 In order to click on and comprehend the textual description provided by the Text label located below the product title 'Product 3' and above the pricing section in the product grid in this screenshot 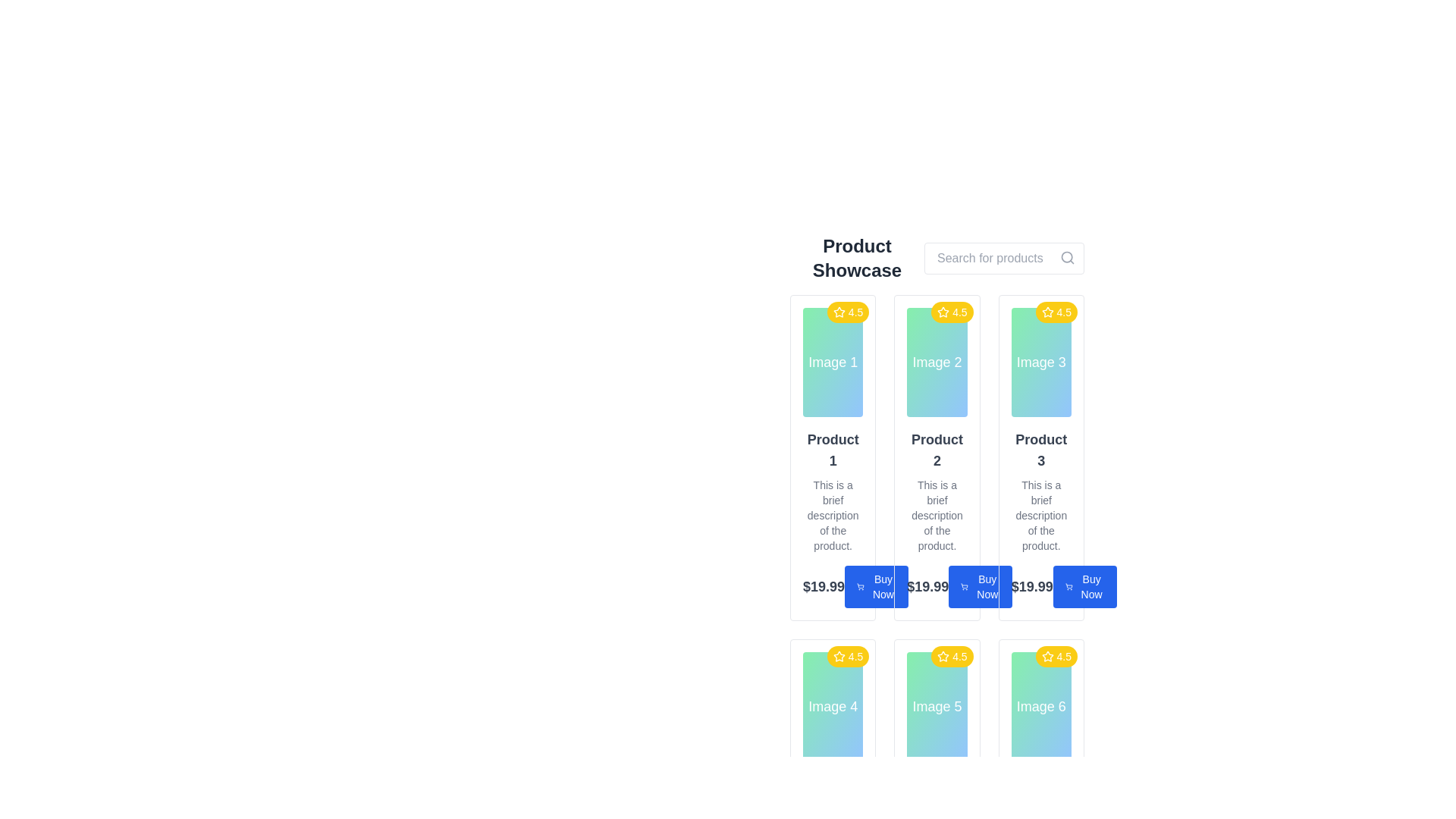, I will do `click(1040, 514)`.